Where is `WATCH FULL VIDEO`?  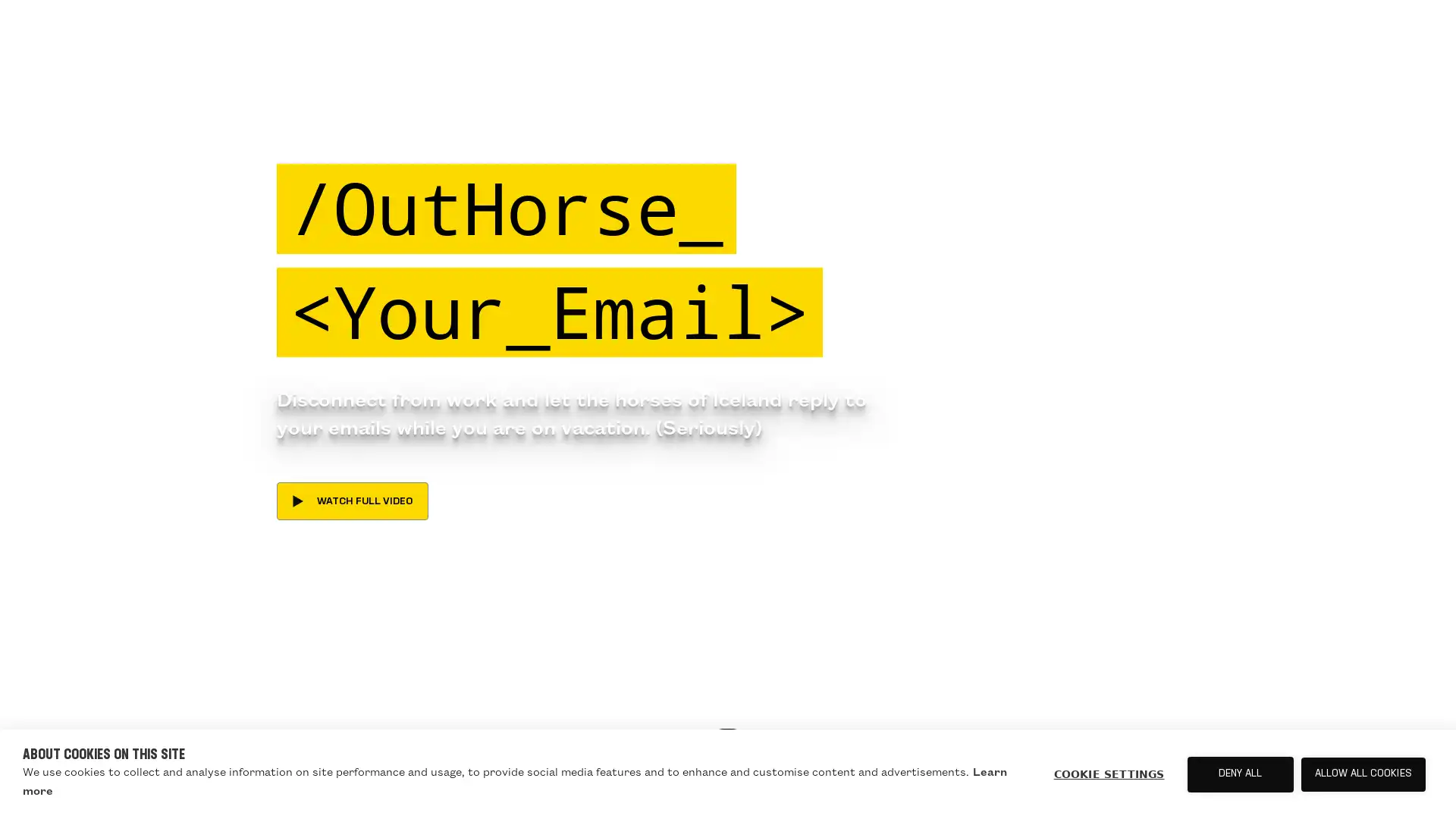 WATCH FULL VIDEO is located at coordinates (352, 500).